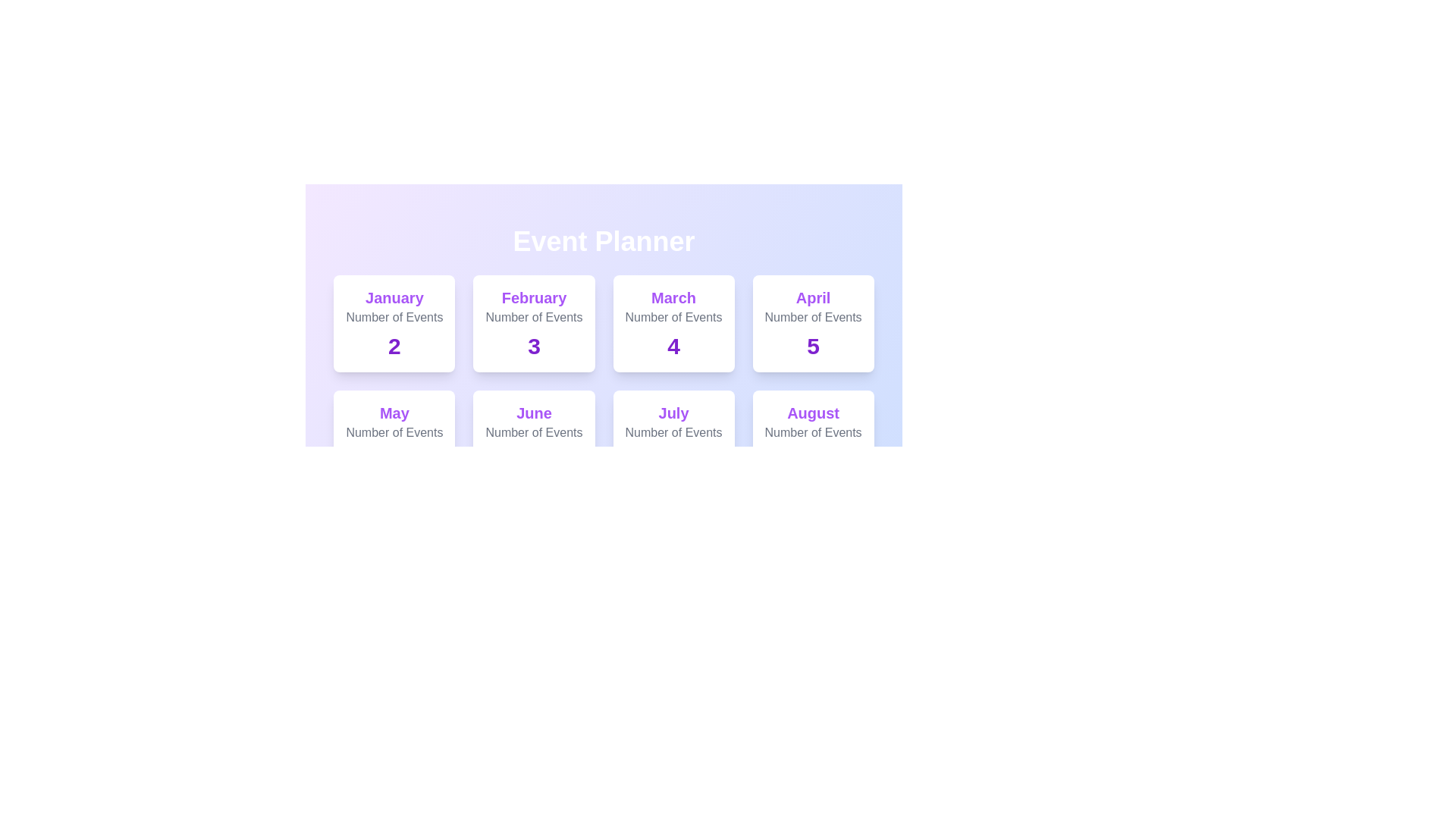  Describe the element at coordinates (534, 323) in the screenshot. I see `the card representing February to view its details` at that location.